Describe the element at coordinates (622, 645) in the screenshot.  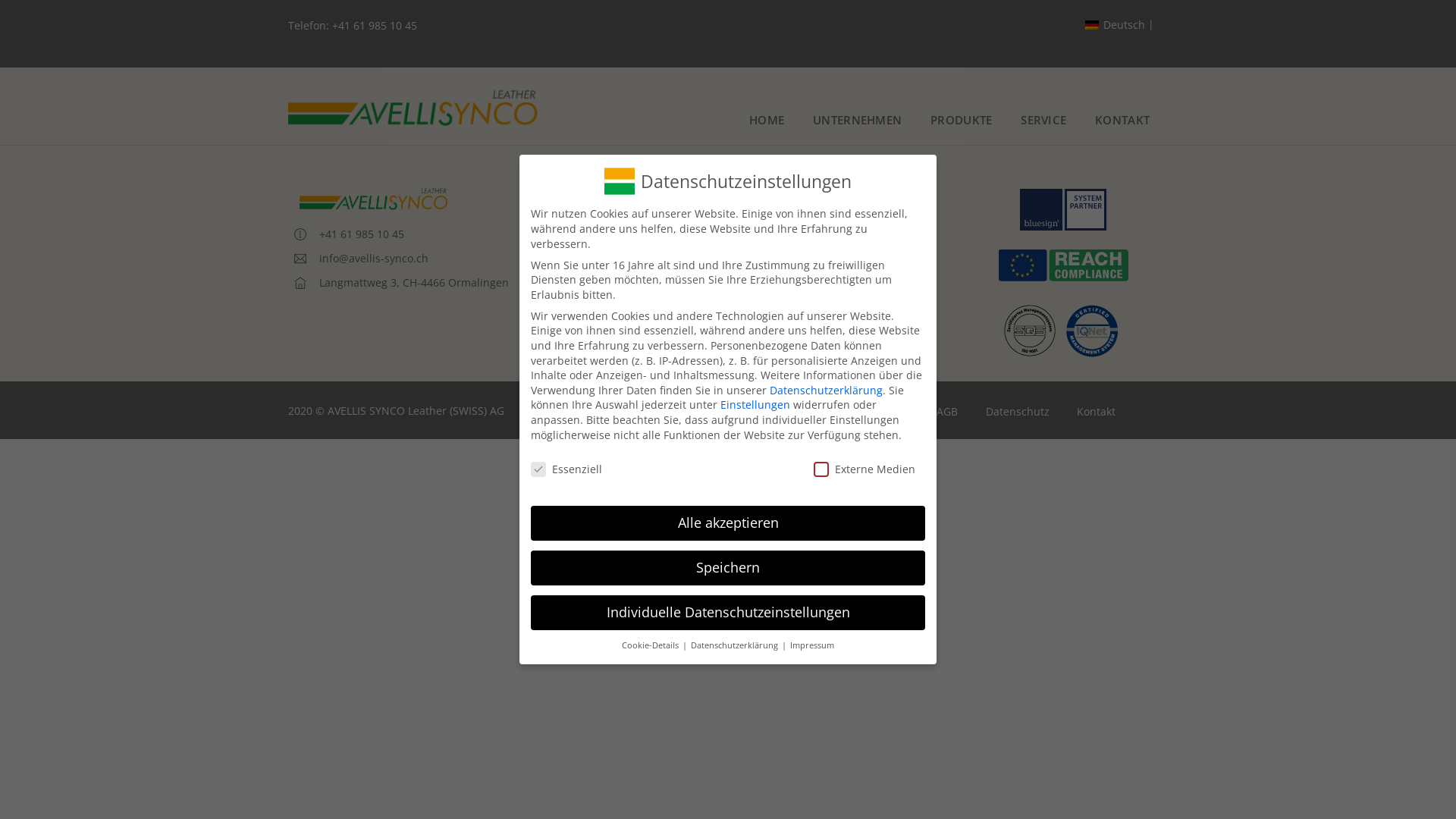
I see `'Cookie-Details'` at that location.